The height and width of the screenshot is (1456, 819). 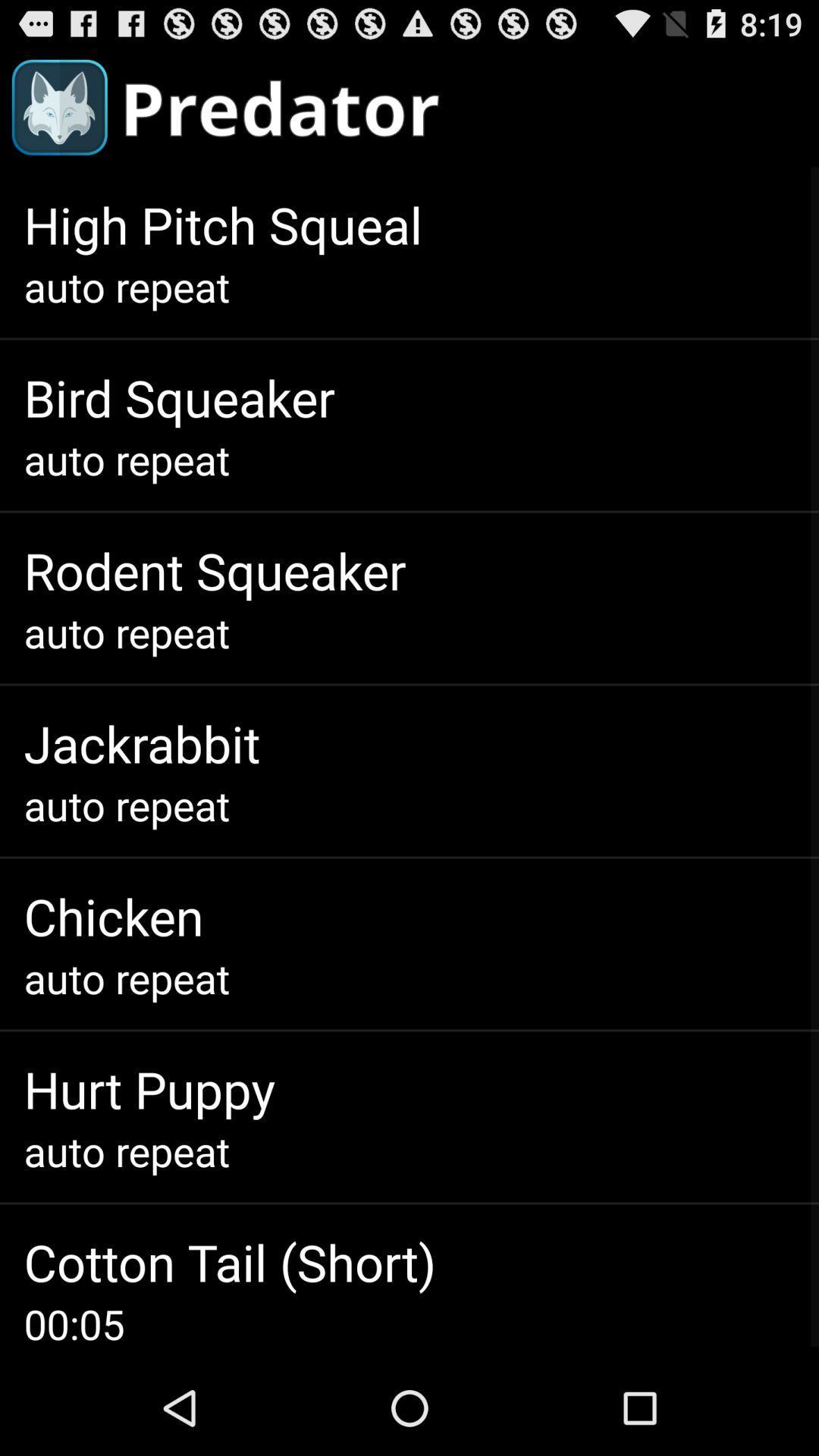 What do you see at coordinates (113, 915) in the screenshot?
I see `the app above auto repeat` at bounding box center [113, 915].